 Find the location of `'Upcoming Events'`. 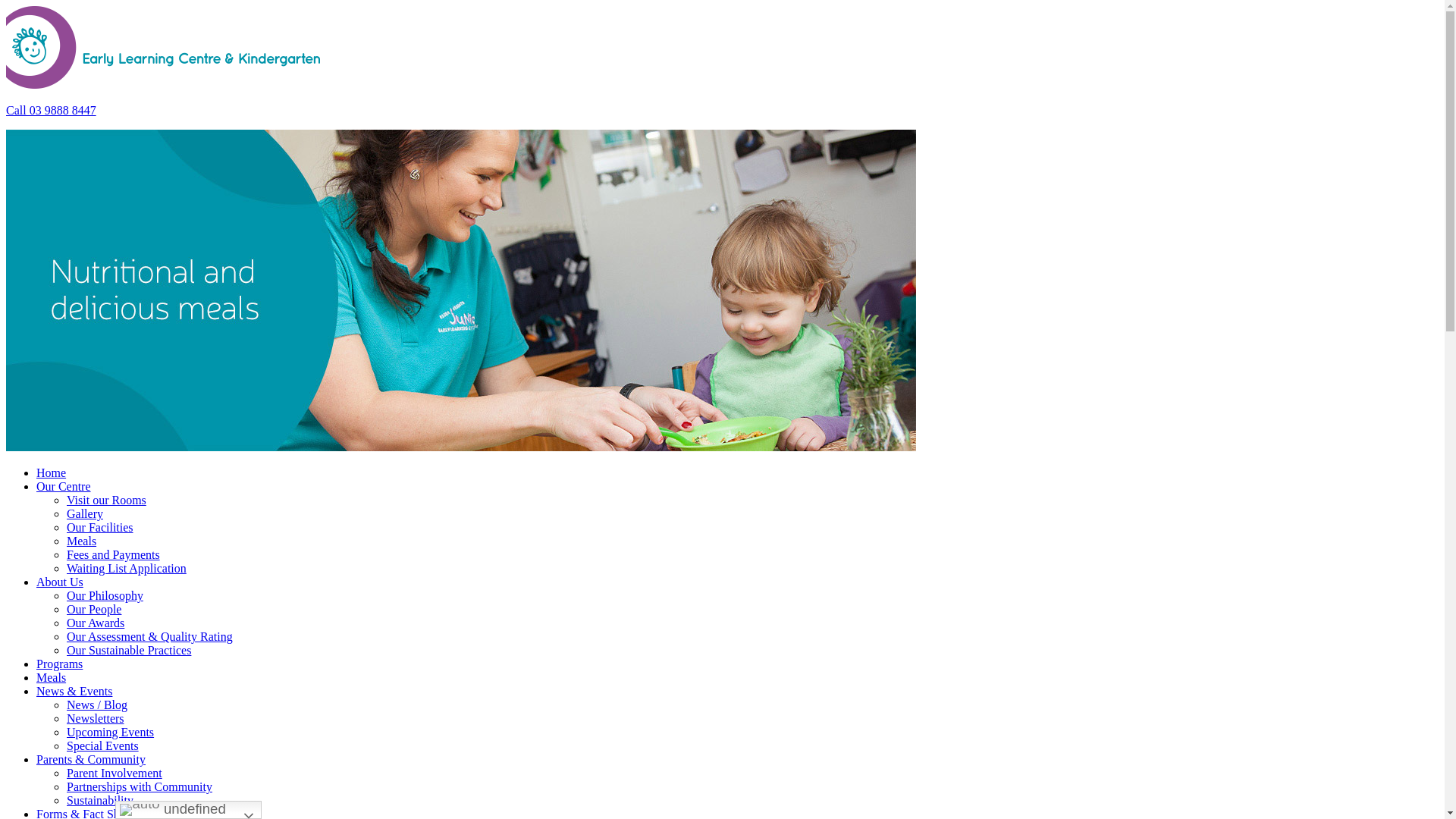

'Upcoming Events' is located at coordinates (109, 731).